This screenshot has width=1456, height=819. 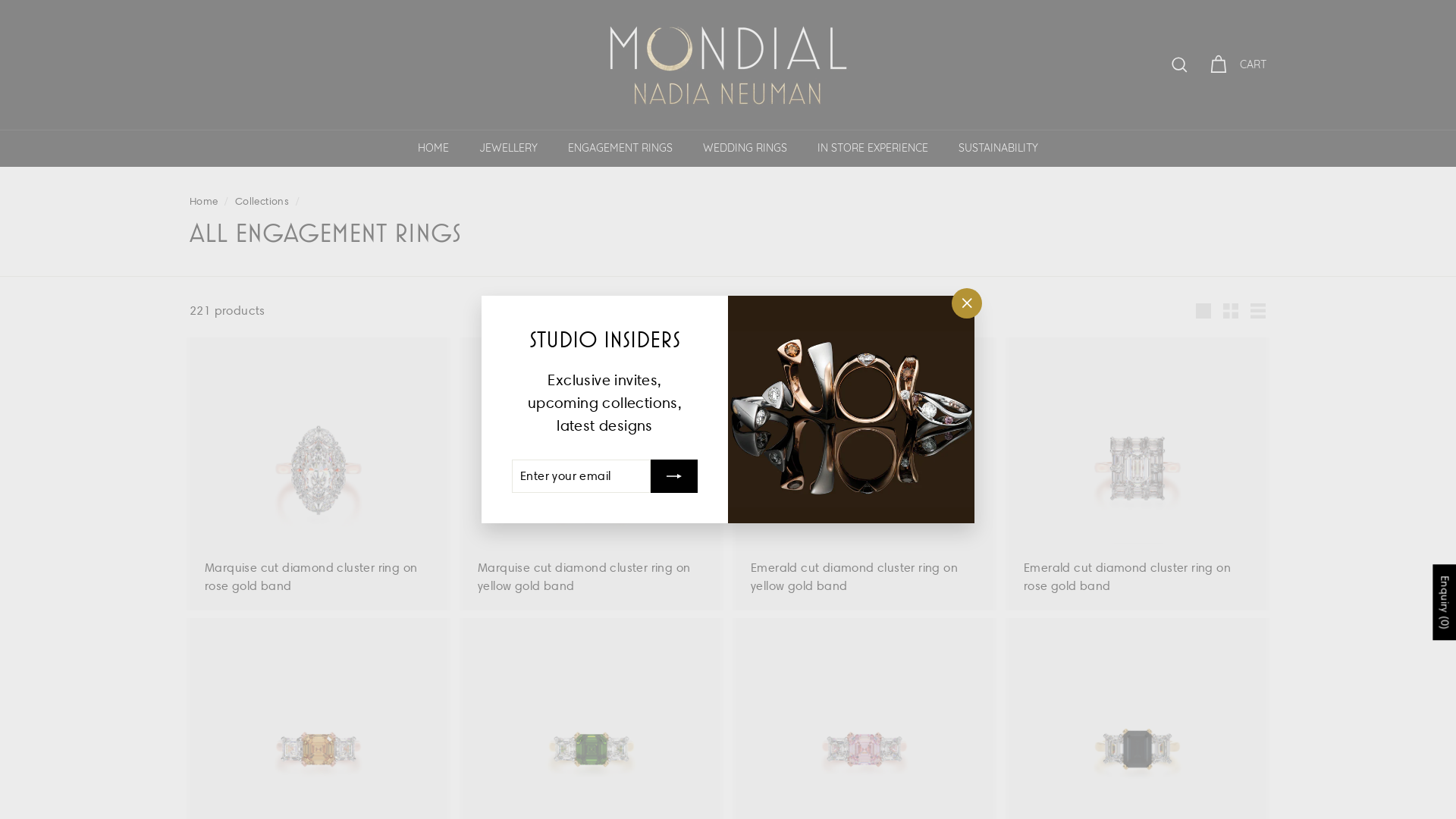 I want to click on '"Close (esc)"', so click(x=950, y=303).